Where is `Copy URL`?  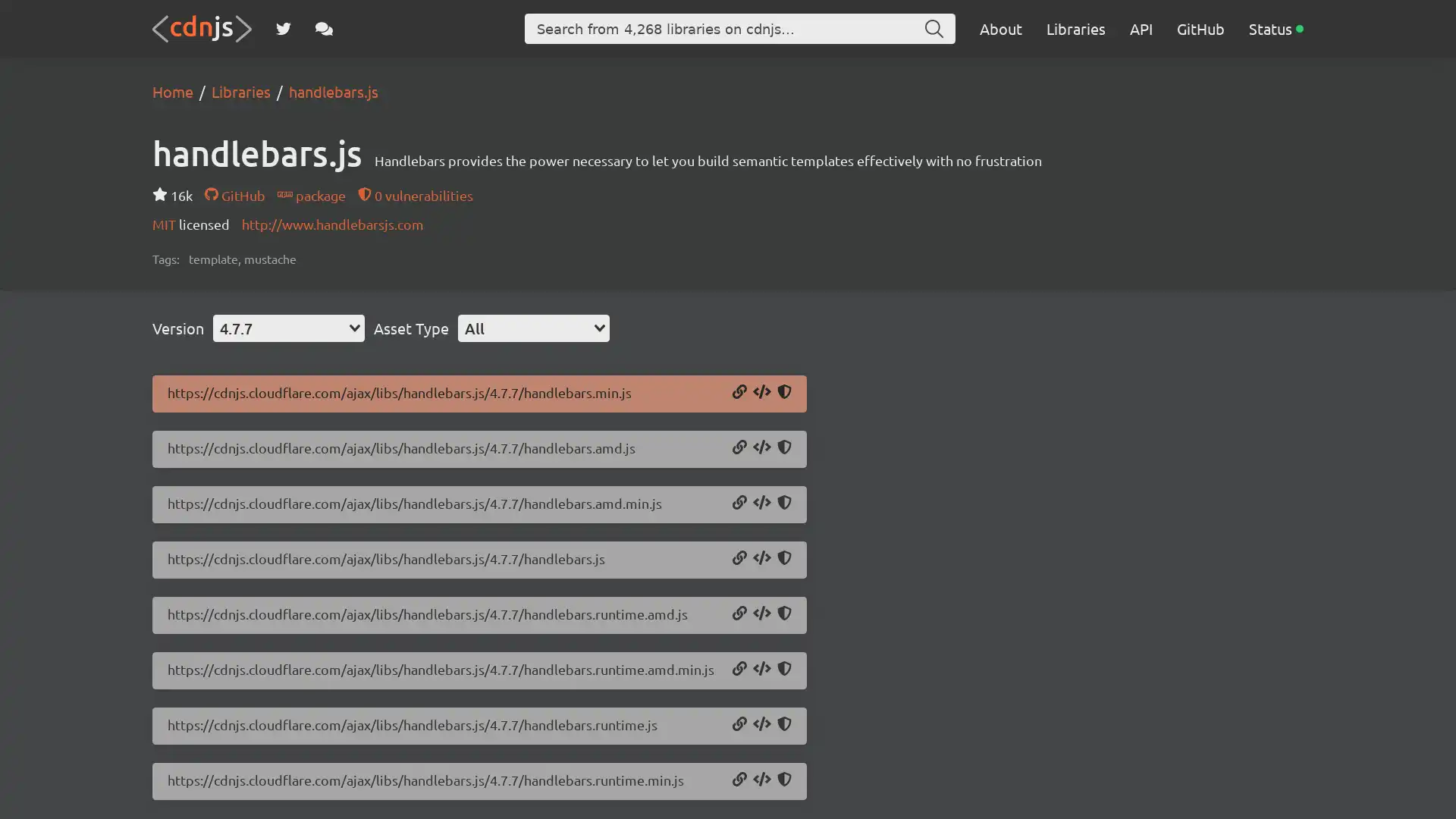
Copy URL is located at coordinates (739, 669).